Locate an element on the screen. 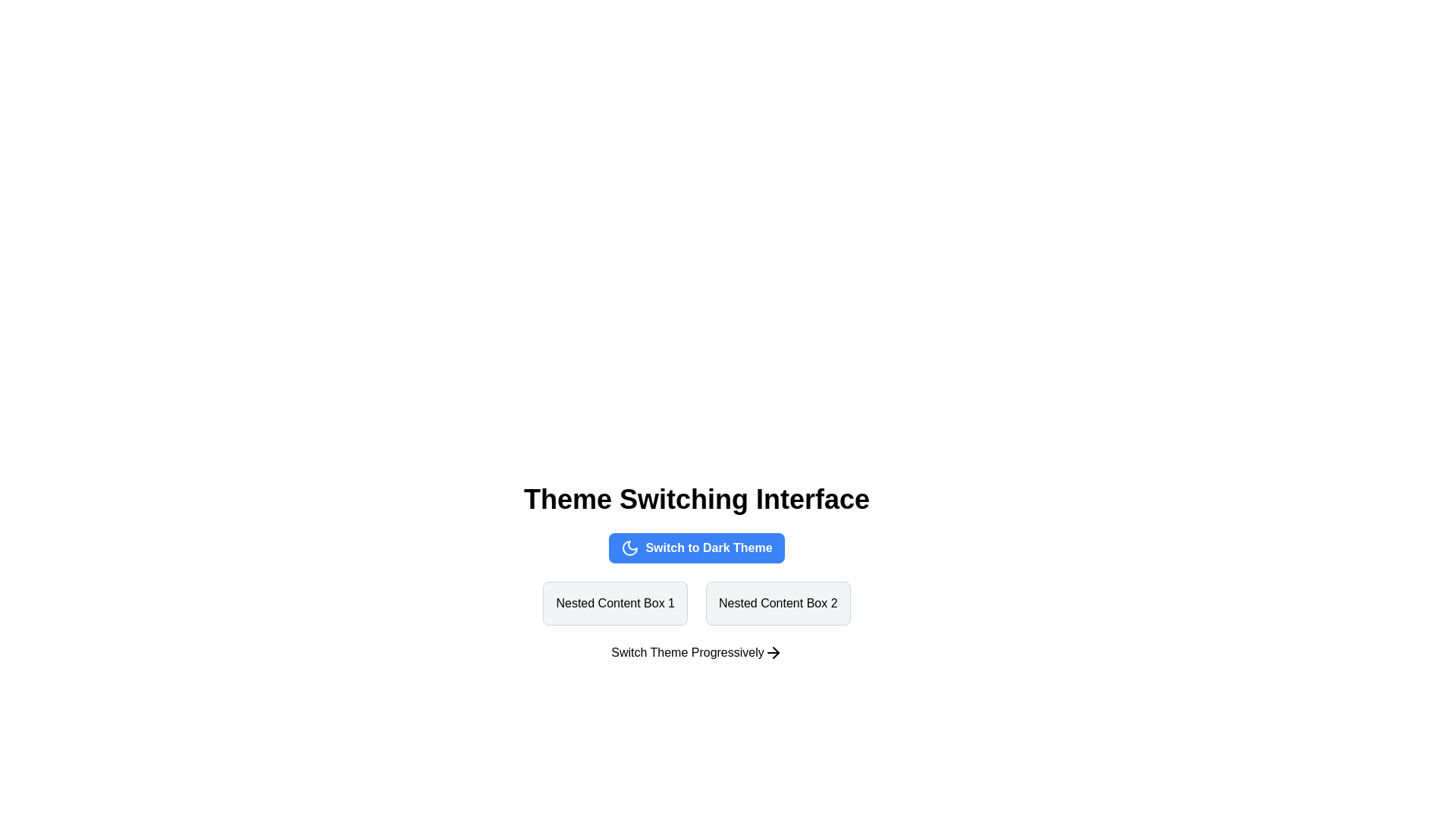  the static content box located in the lower-middle part of the interface, positioned below the 'Switch to Dark Theme' button and above 'Switch Theme Progressively', to the left of 'Nested Content Box 2' is located at coordinates (615, 602).